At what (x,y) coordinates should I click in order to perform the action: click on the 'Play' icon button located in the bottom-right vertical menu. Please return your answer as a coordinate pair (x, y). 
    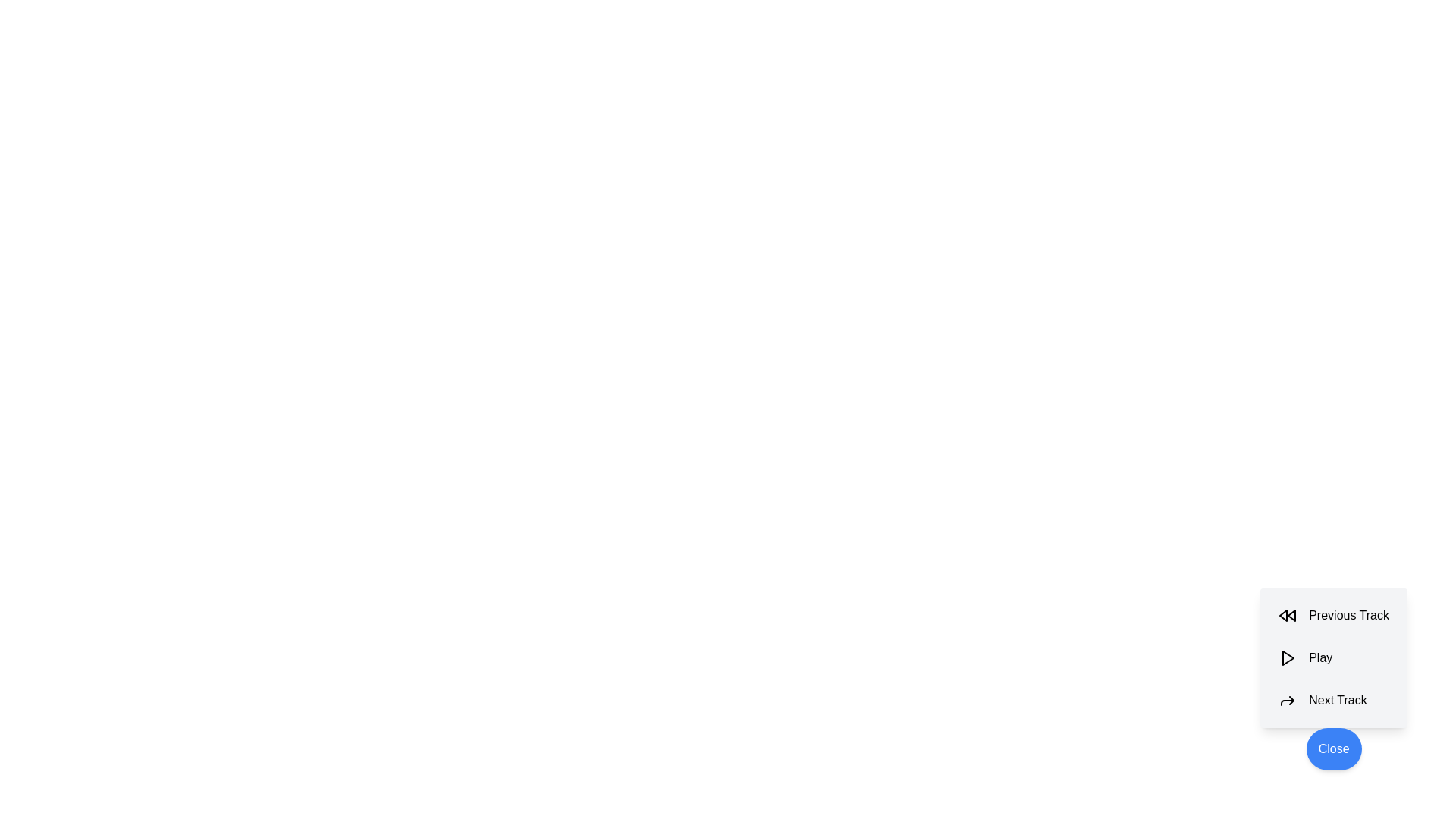
    Looking at the image, I should click on (1288, 657).